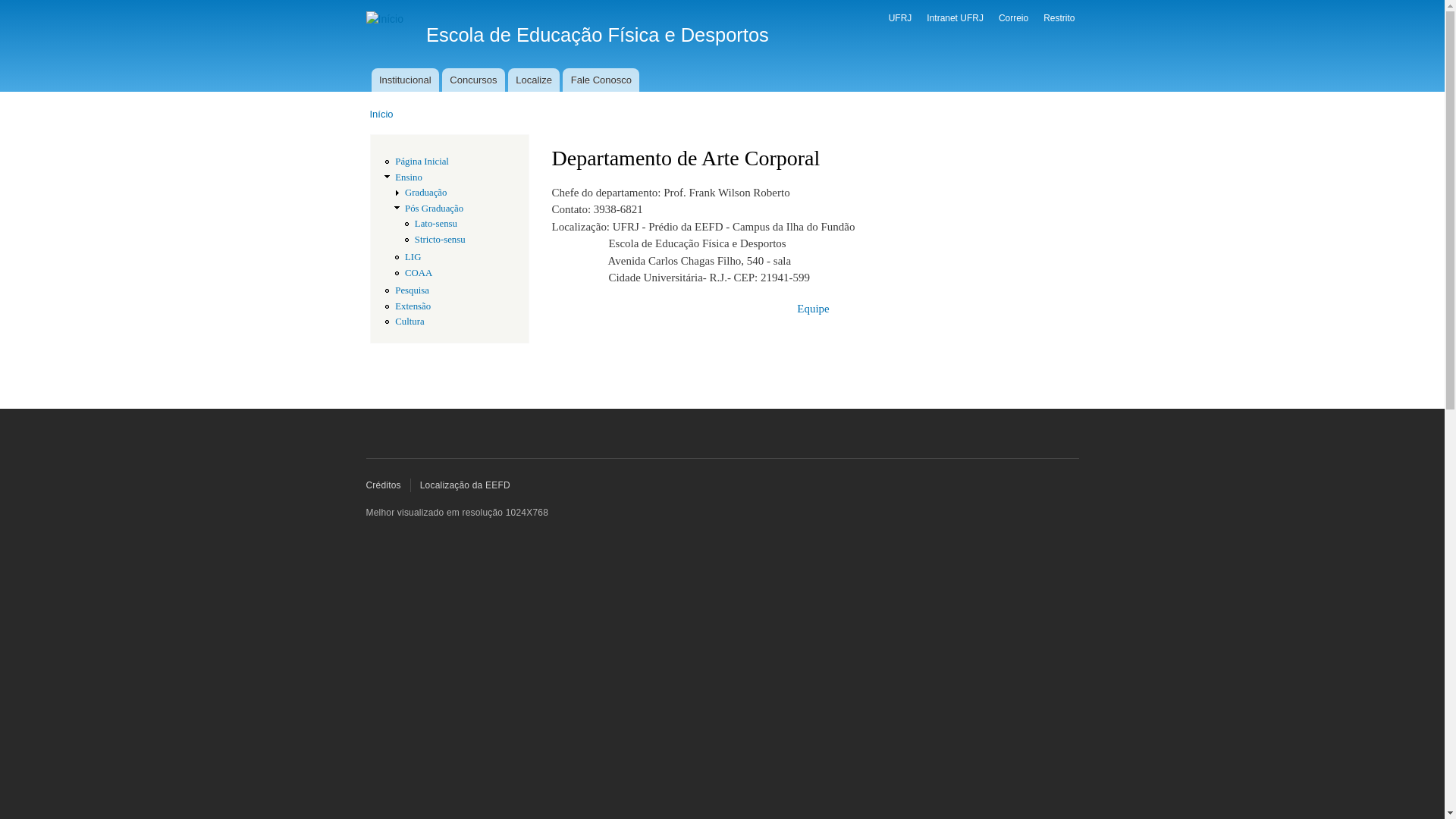 This screenshot has width=1456, height=819. What do you see at coordinates (1058, 17) in the screenshot?
I see `'Restrito'` at bounding box center [1058, 17].